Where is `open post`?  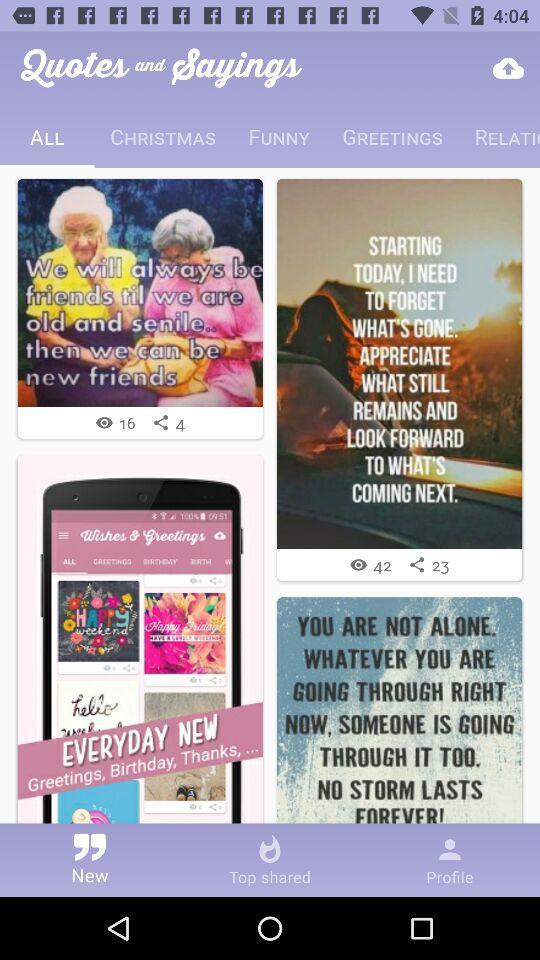 open post is located at coordinates (139, 291).